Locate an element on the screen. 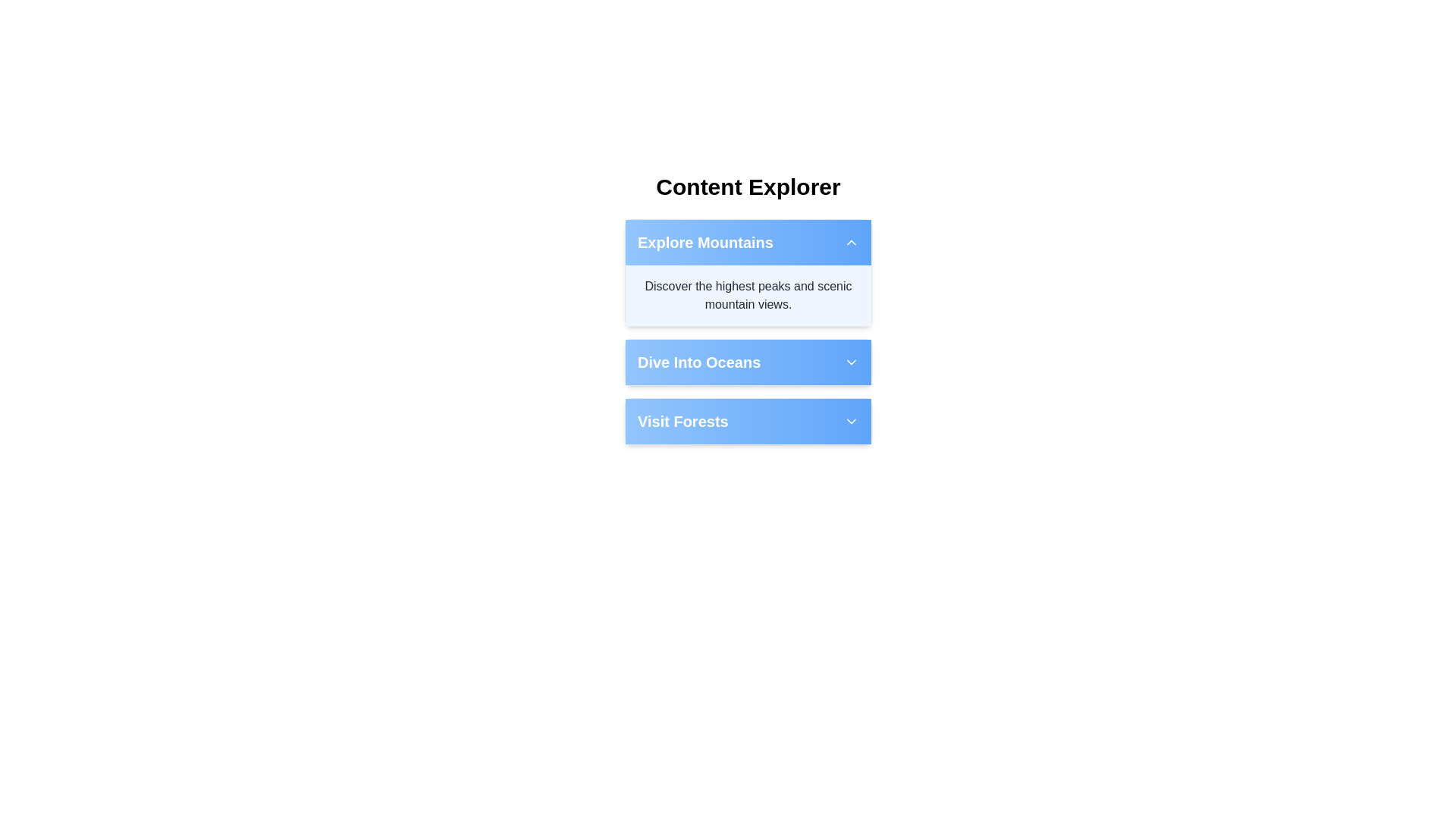 The height and width of the screenshot is (819, 1456). the 'Dive Into Oceans' expandable card, which is the middle card in the 'Content Explorer' section is located at coordinates (748, 362).